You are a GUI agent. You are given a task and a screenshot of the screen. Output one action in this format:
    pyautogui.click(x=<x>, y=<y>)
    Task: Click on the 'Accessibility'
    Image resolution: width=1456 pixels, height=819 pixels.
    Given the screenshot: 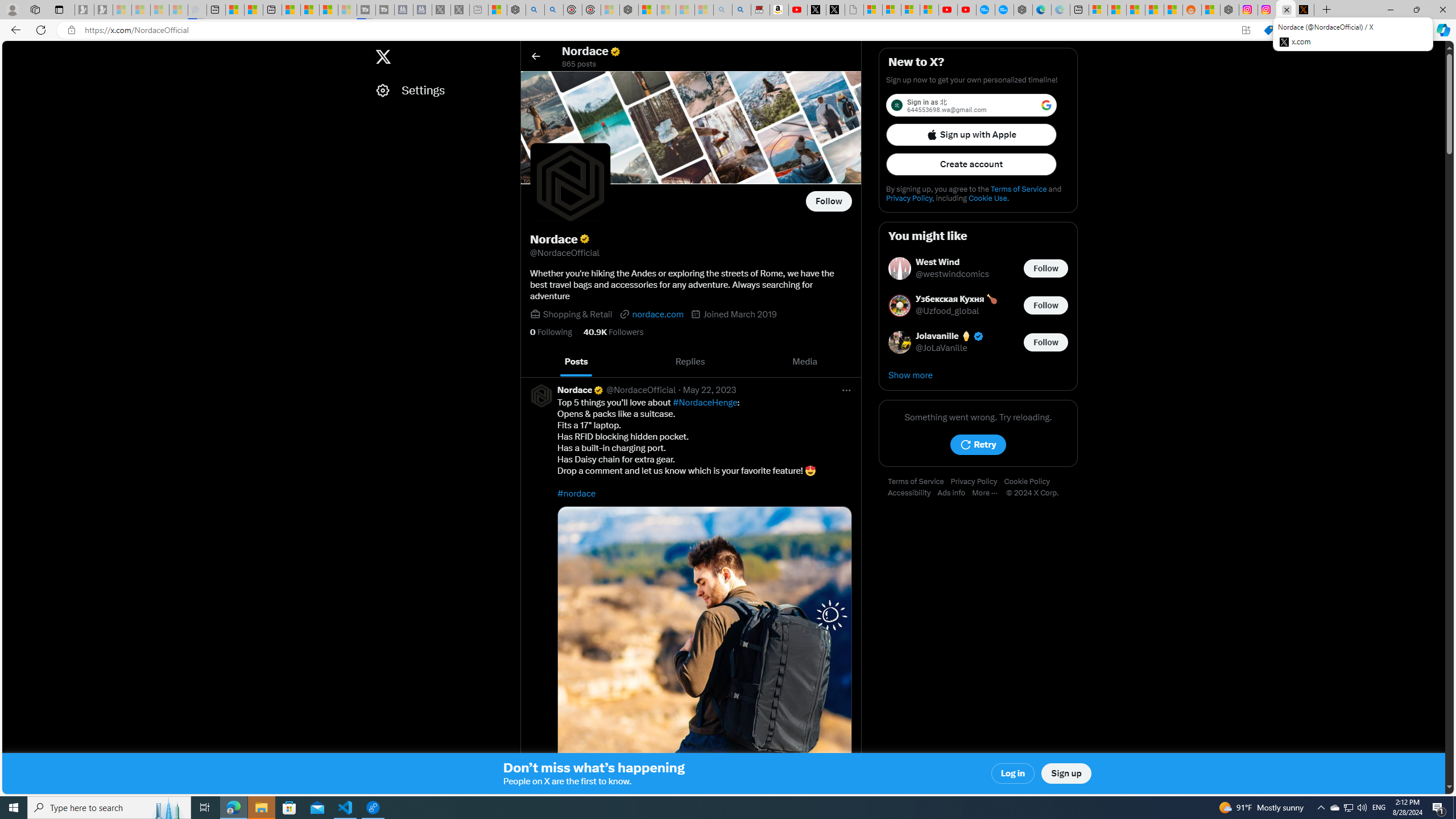 What is the action you would take?
    pyautogui.click(x=913, y=493)
    